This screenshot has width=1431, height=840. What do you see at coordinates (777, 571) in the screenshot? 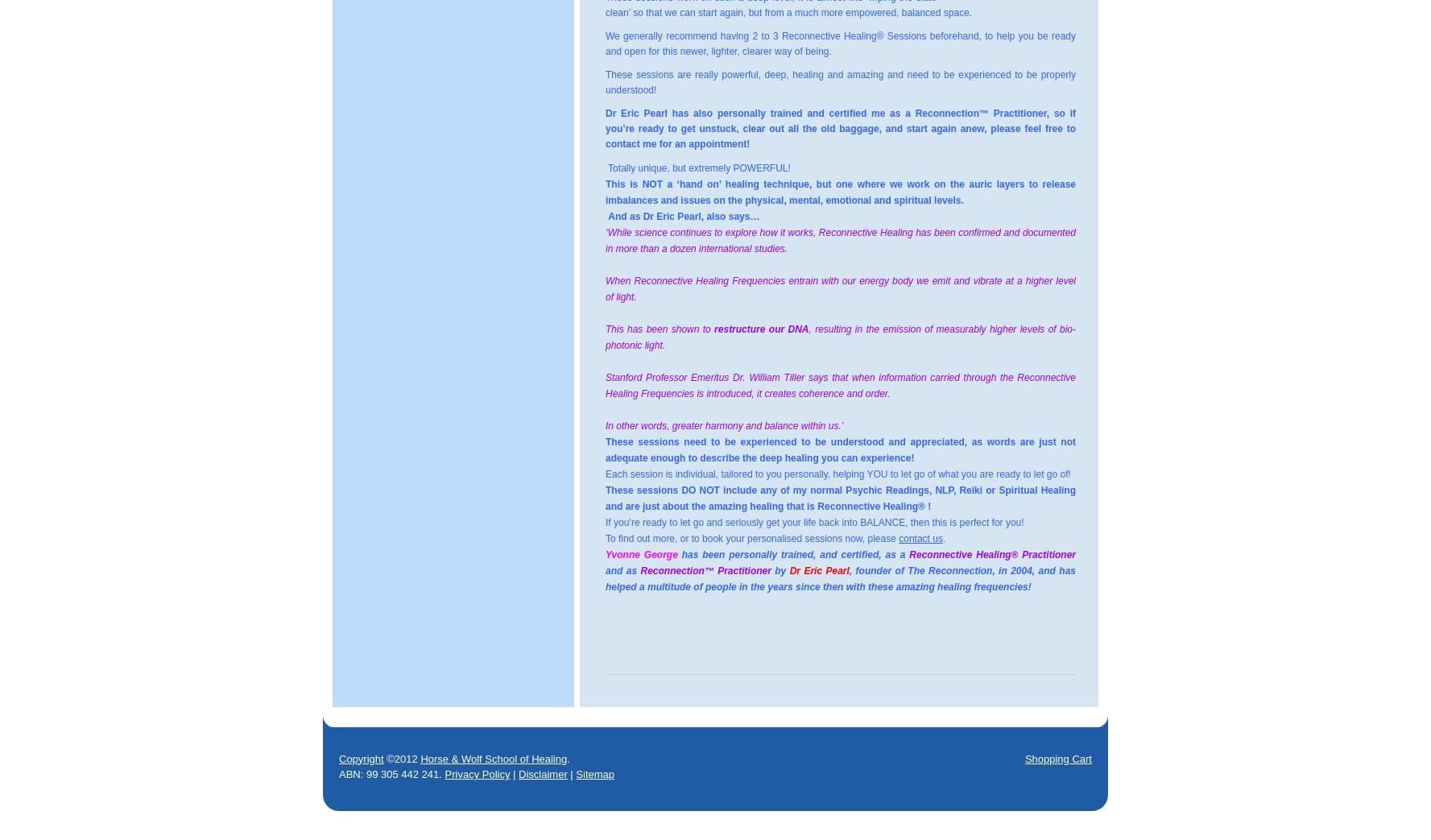
I see `'by'` at bounding box center [777, 571].